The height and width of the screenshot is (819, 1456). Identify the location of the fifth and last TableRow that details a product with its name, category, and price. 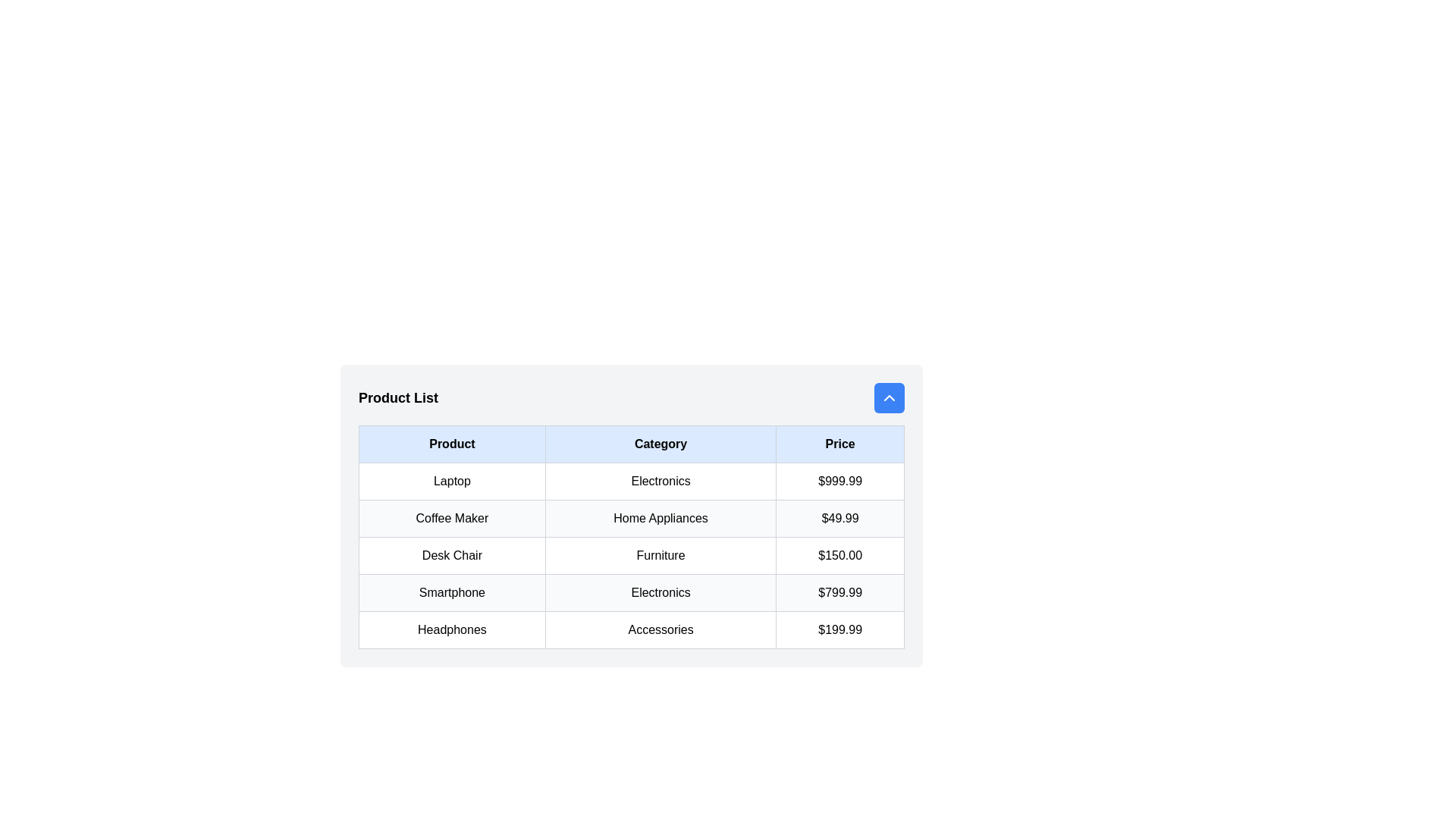
(632, 629).